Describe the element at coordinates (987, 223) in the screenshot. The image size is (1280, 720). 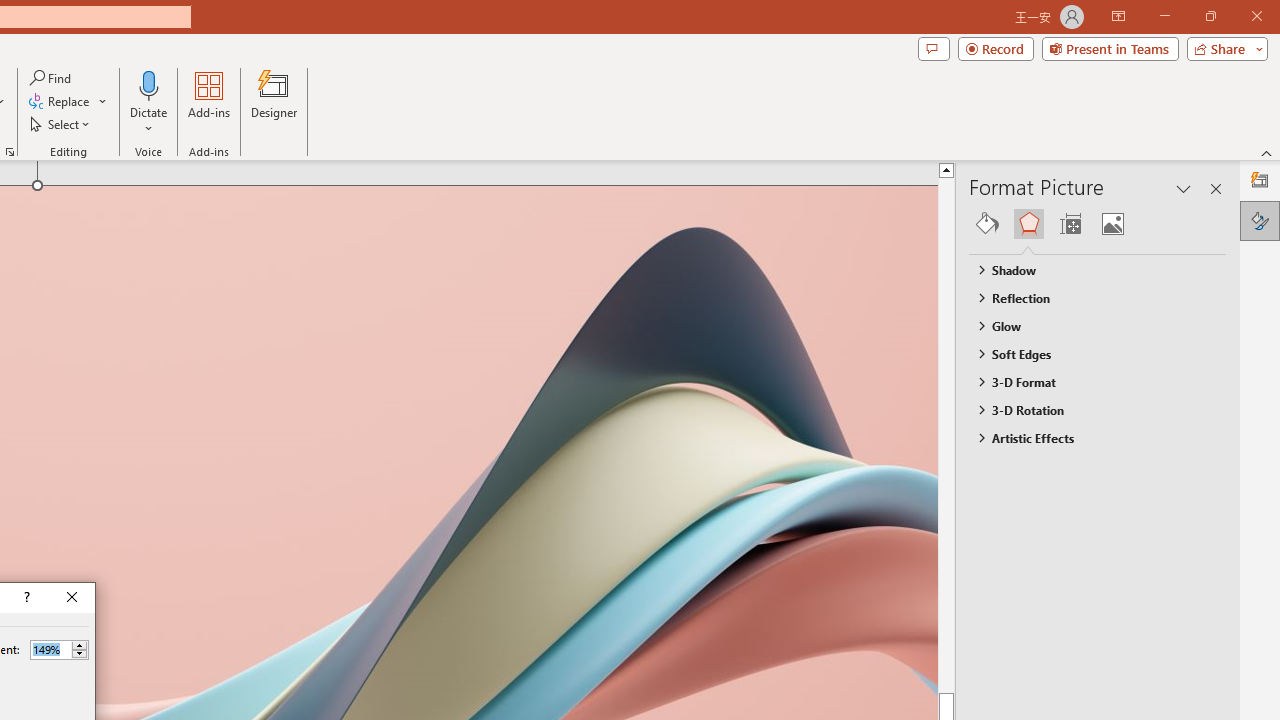
I see `'Fill & Line'` at that location.